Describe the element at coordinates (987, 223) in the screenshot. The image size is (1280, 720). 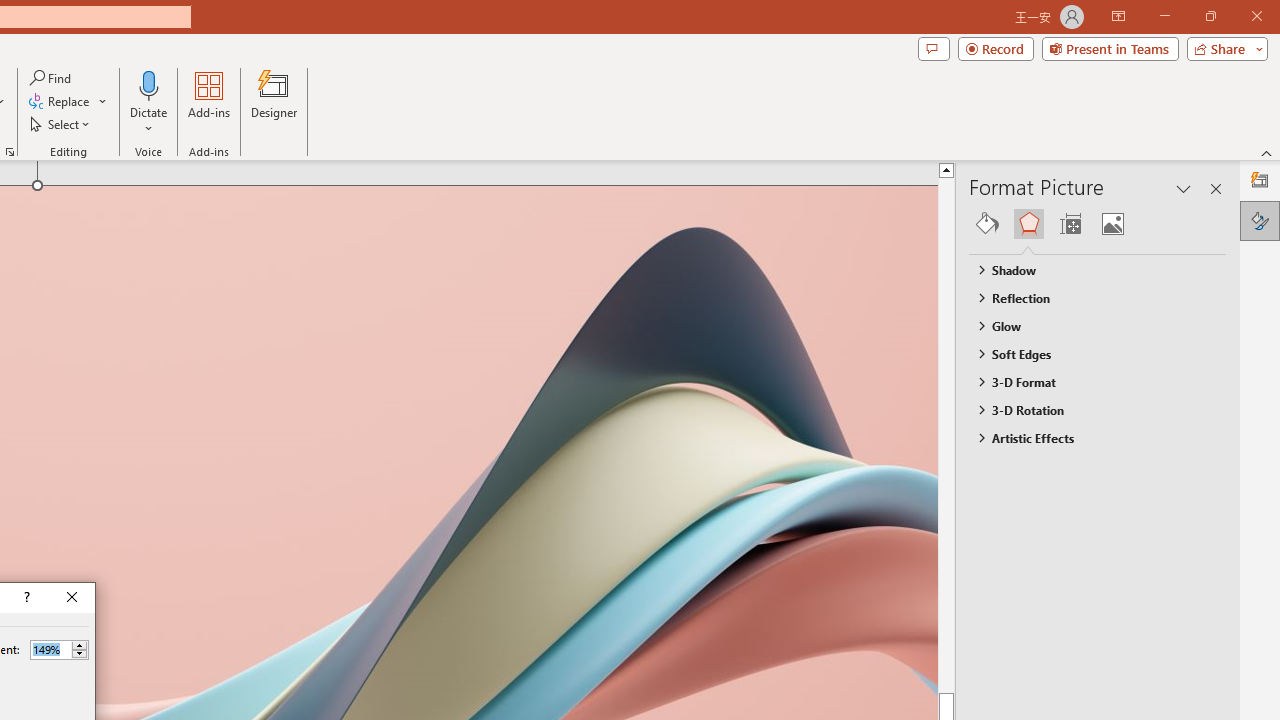
I see `'Fill & Line'` at that location.